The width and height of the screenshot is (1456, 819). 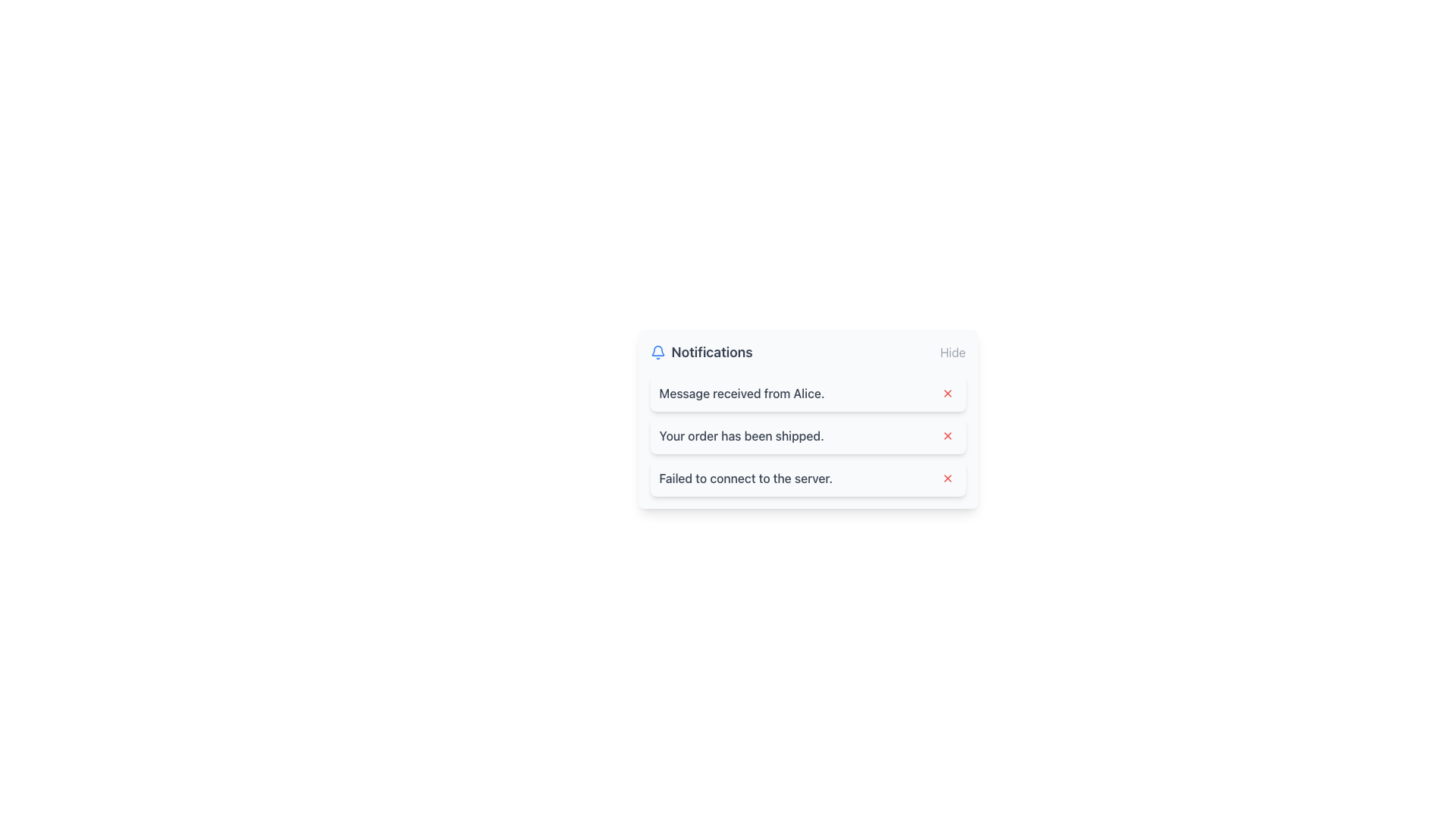 What do you see at coordinates (952, 353) in the screenshot?
I see `the 'Hide' text label located in the top-right corner of the Notifications panel to hide the panel` at bounding box center [952, 353].